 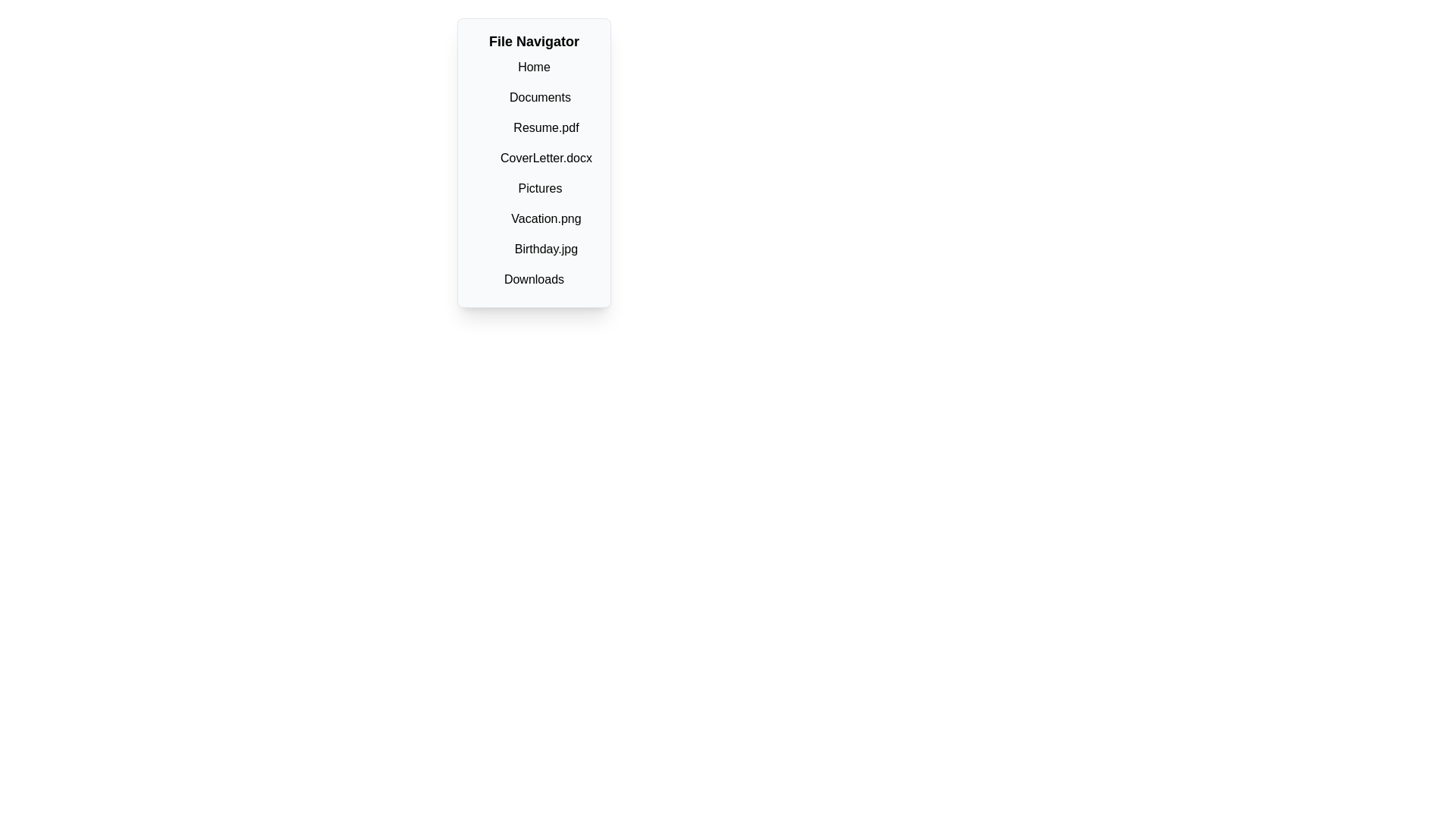 What do you see at coordinates (534, 280) in the screenshot?
I see `the 'Downloads' text label located at the bottom of the menu, just below the 'Birthday.jpg' item` at bounding box center [534, 280].